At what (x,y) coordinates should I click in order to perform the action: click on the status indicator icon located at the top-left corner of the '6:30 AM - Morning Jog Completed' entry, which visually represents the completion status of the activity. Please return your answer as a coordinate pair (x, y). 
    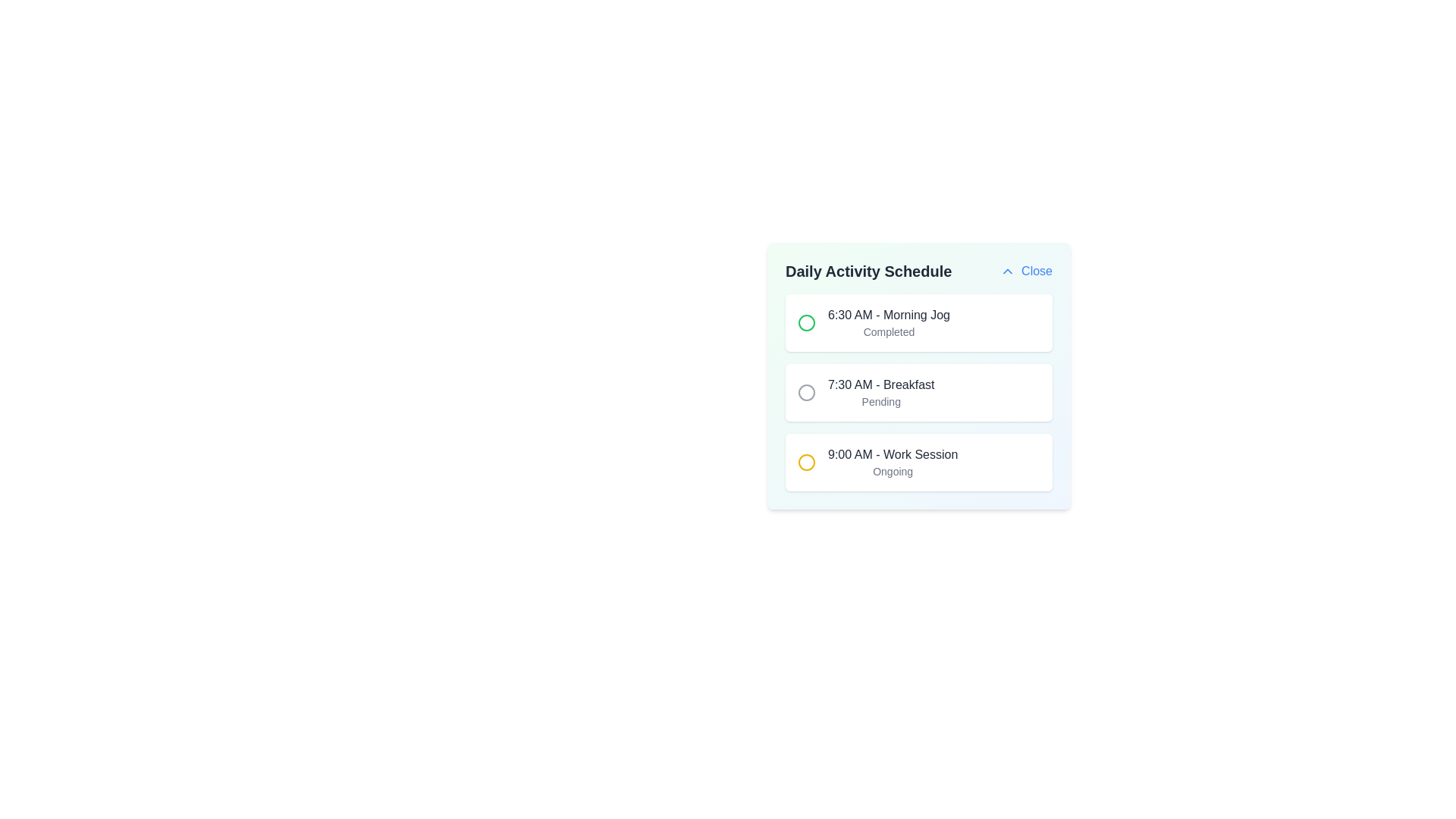
    Looking at the image, I should click on (806, 322).